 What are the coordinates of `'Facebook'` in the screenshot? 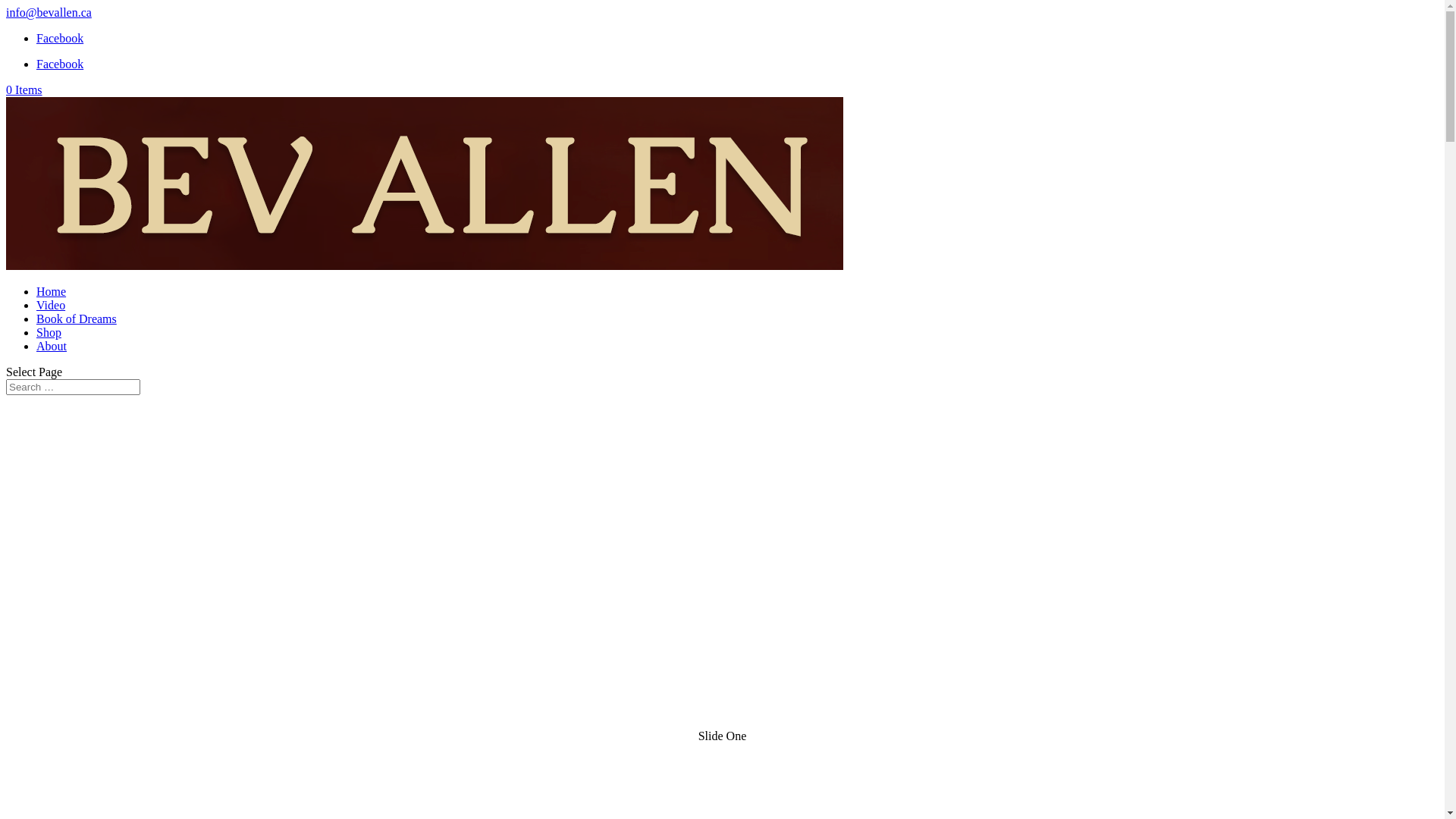 It's located at (59, 63).